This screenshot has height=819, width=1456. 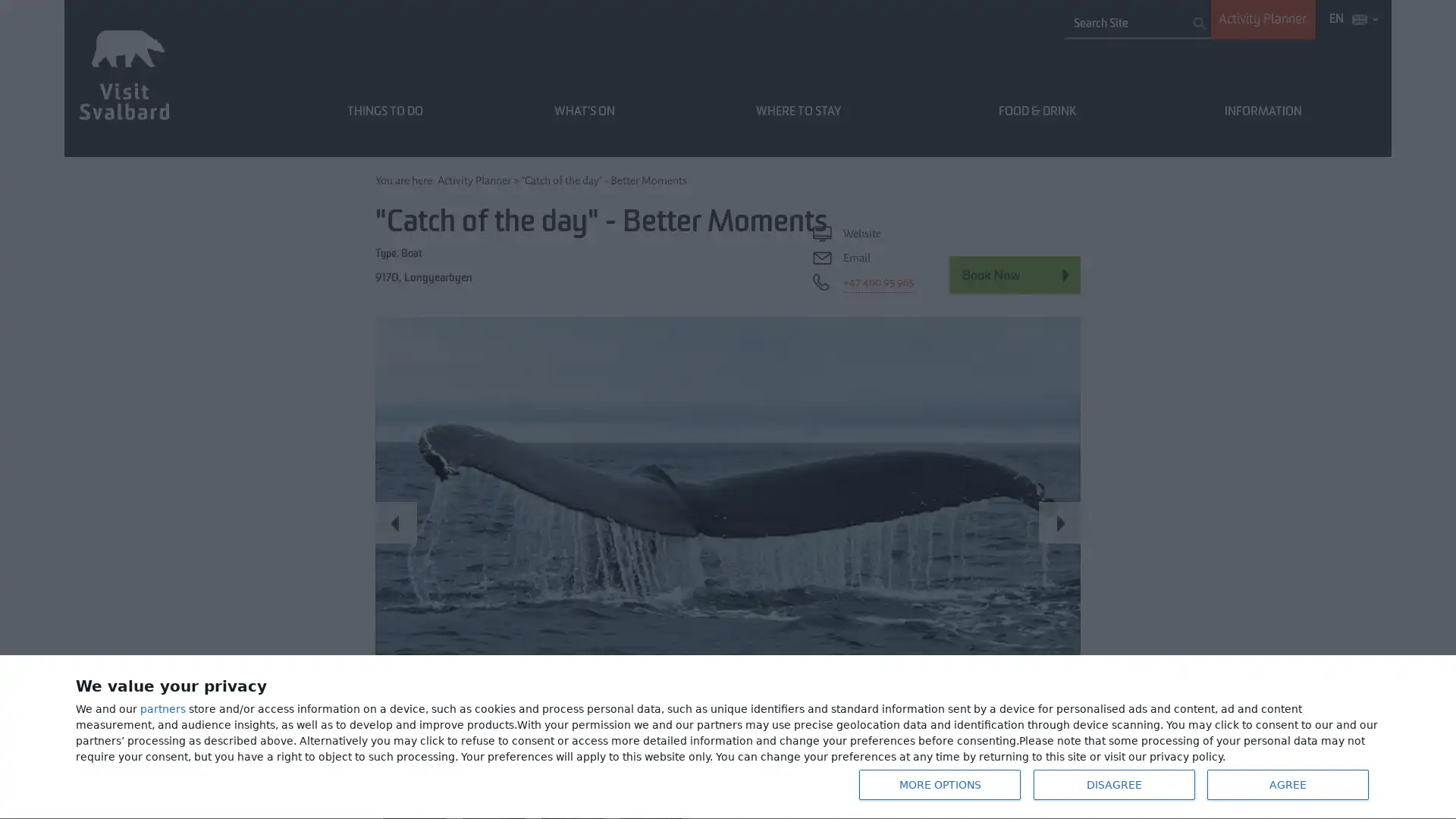 What do you see at coordinates (163, 710) in the screenshot?
I see `partners` at bounding box center [163, 710].